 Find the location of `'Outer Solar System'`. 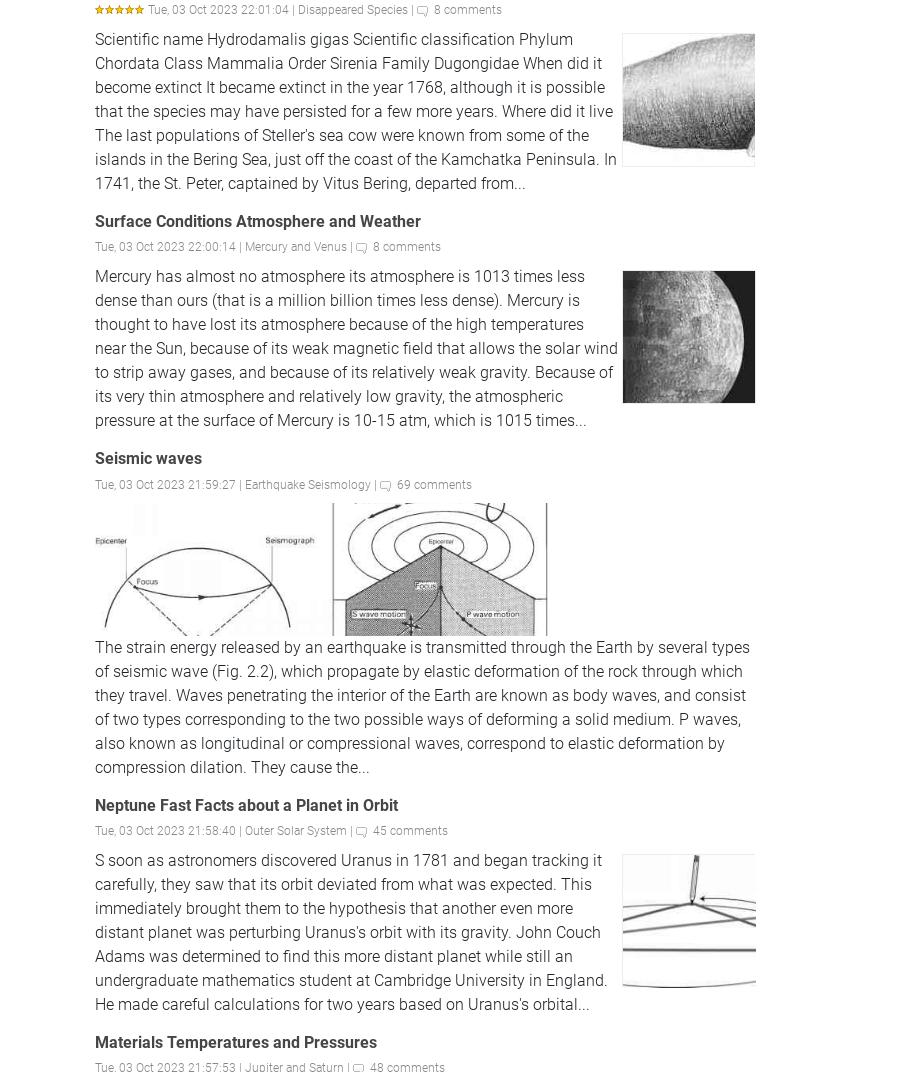

'Outer Solar System' is located at coordinates (295, 830).